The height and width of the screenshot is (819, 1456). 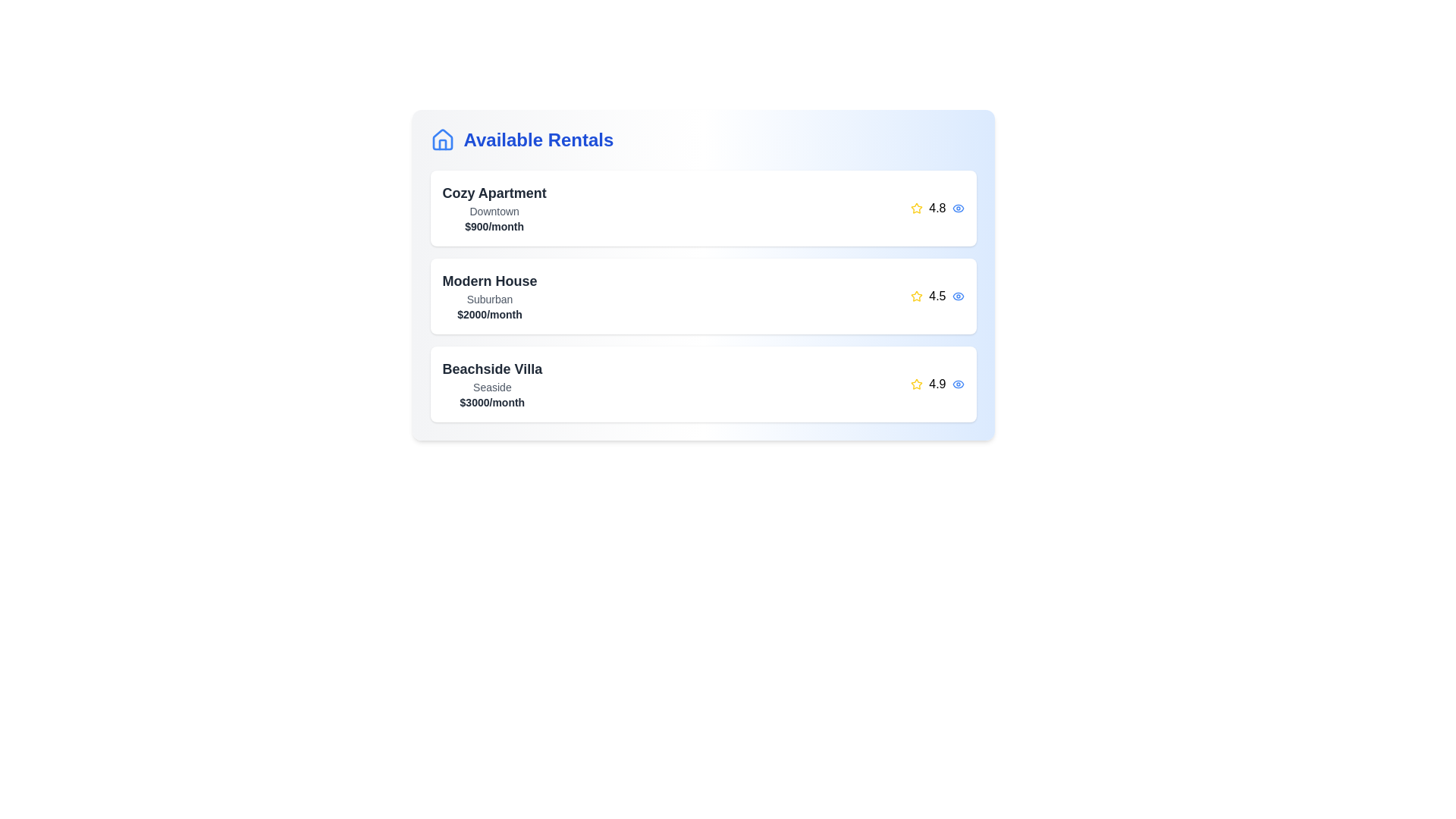 I want to click on the eye icon for the rental listing corresponding to Beachside Villa, so click(x=957, y=383).